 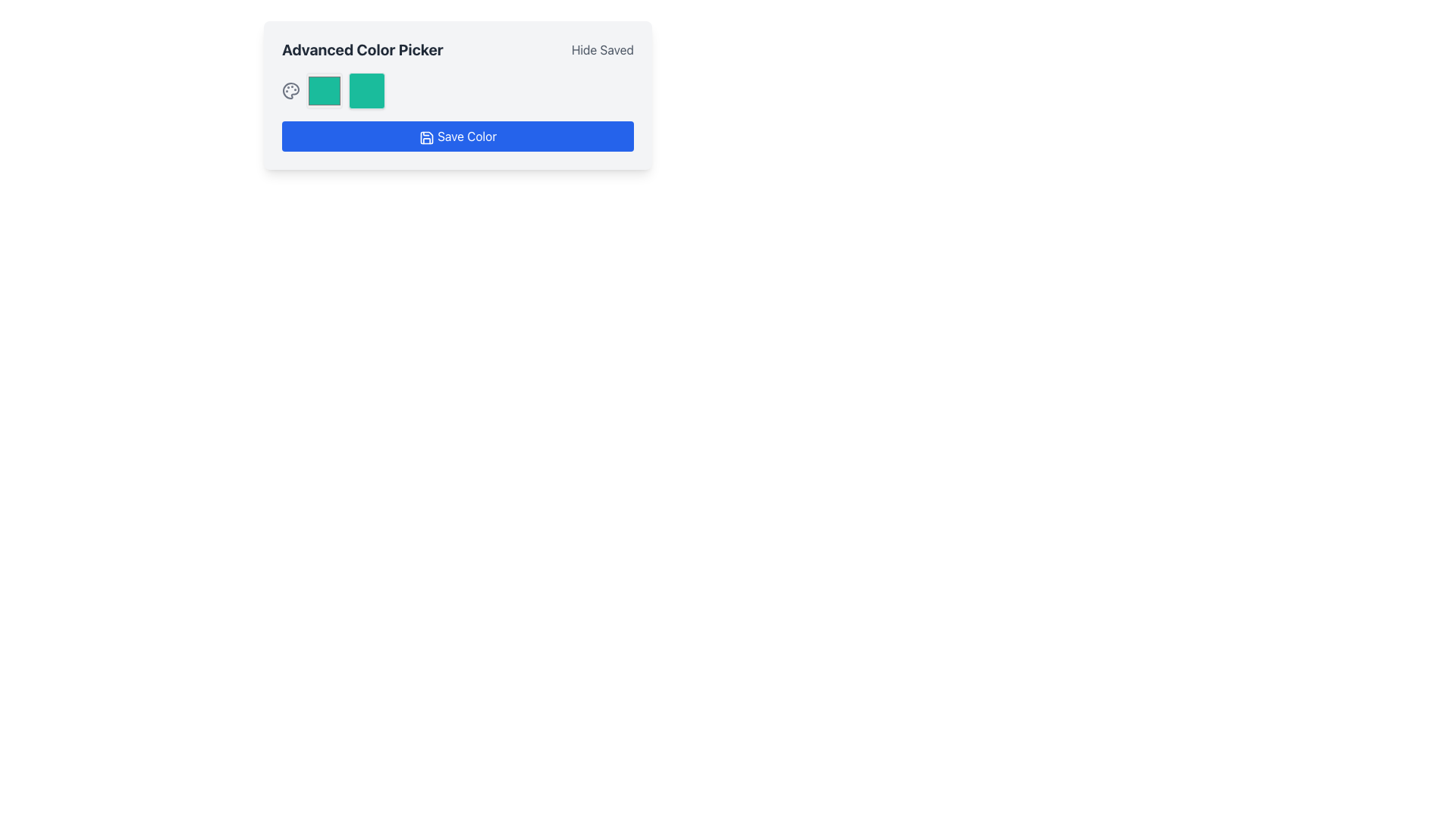 What do you see at coordinates (457, 136) in the screenshot?
I see `the save button located near the bottom of the 'Advanced Color Picker' section` at bounding box center [457, 136].